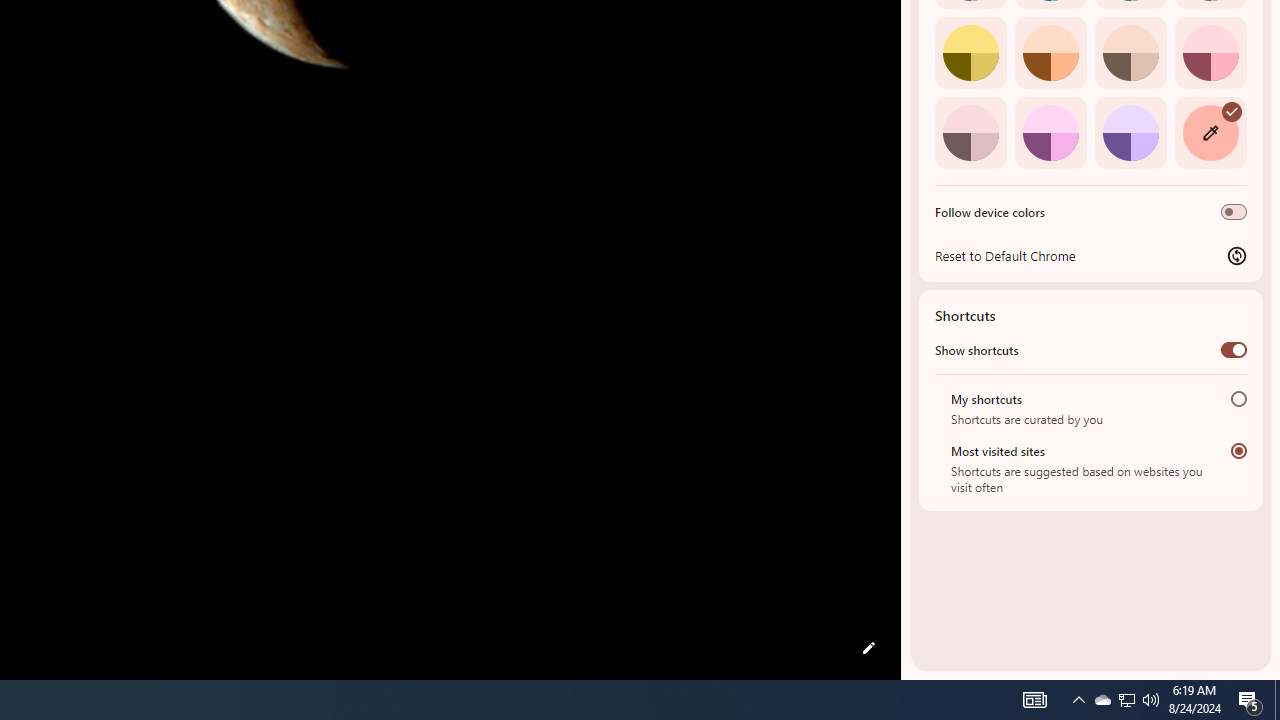  I want to click on 'Reset to Default Chrome', so click(1090, 254).